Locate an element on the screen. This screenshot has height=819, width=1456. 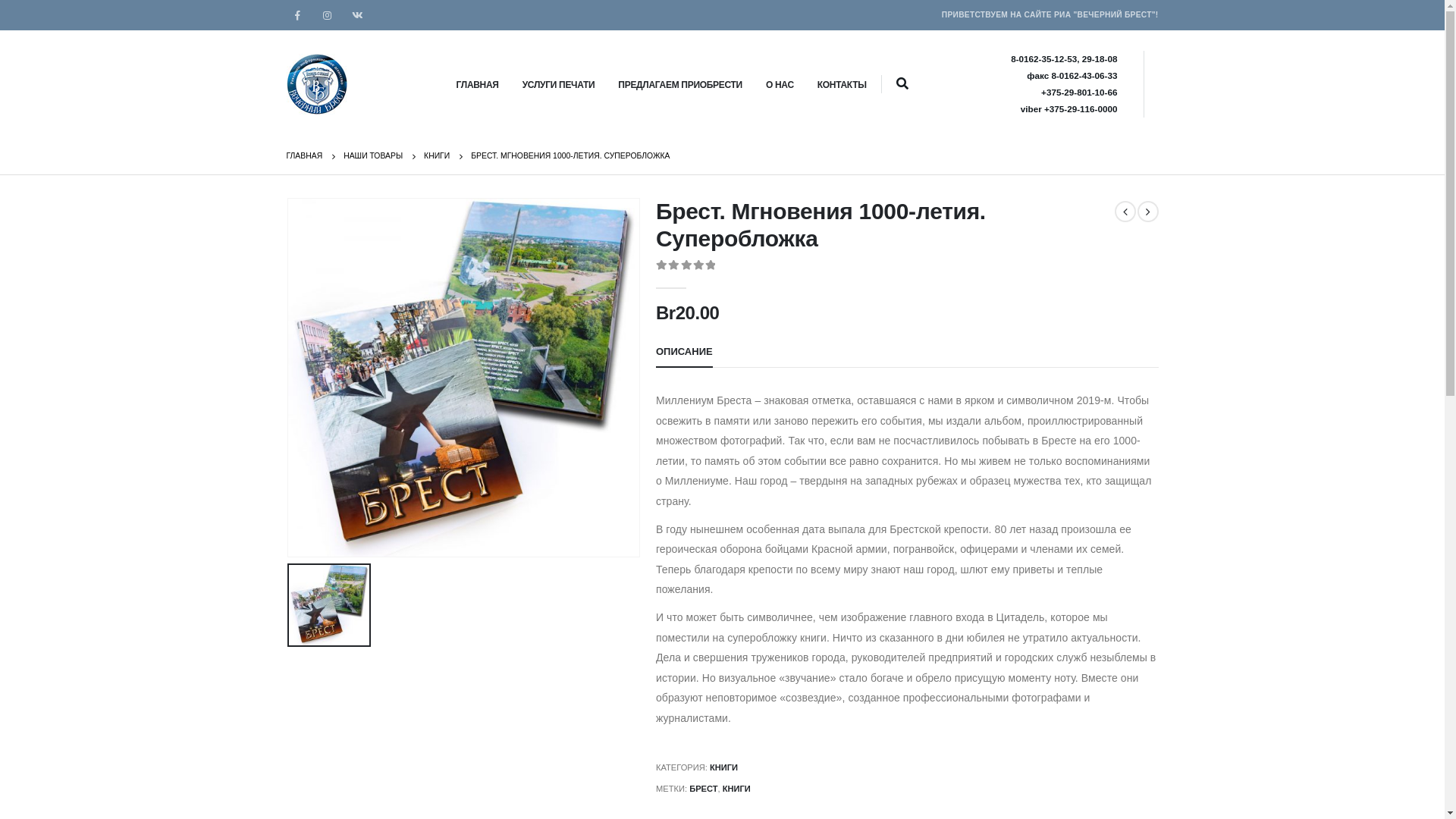
'Facebook' is located at coordinates (297, 14).